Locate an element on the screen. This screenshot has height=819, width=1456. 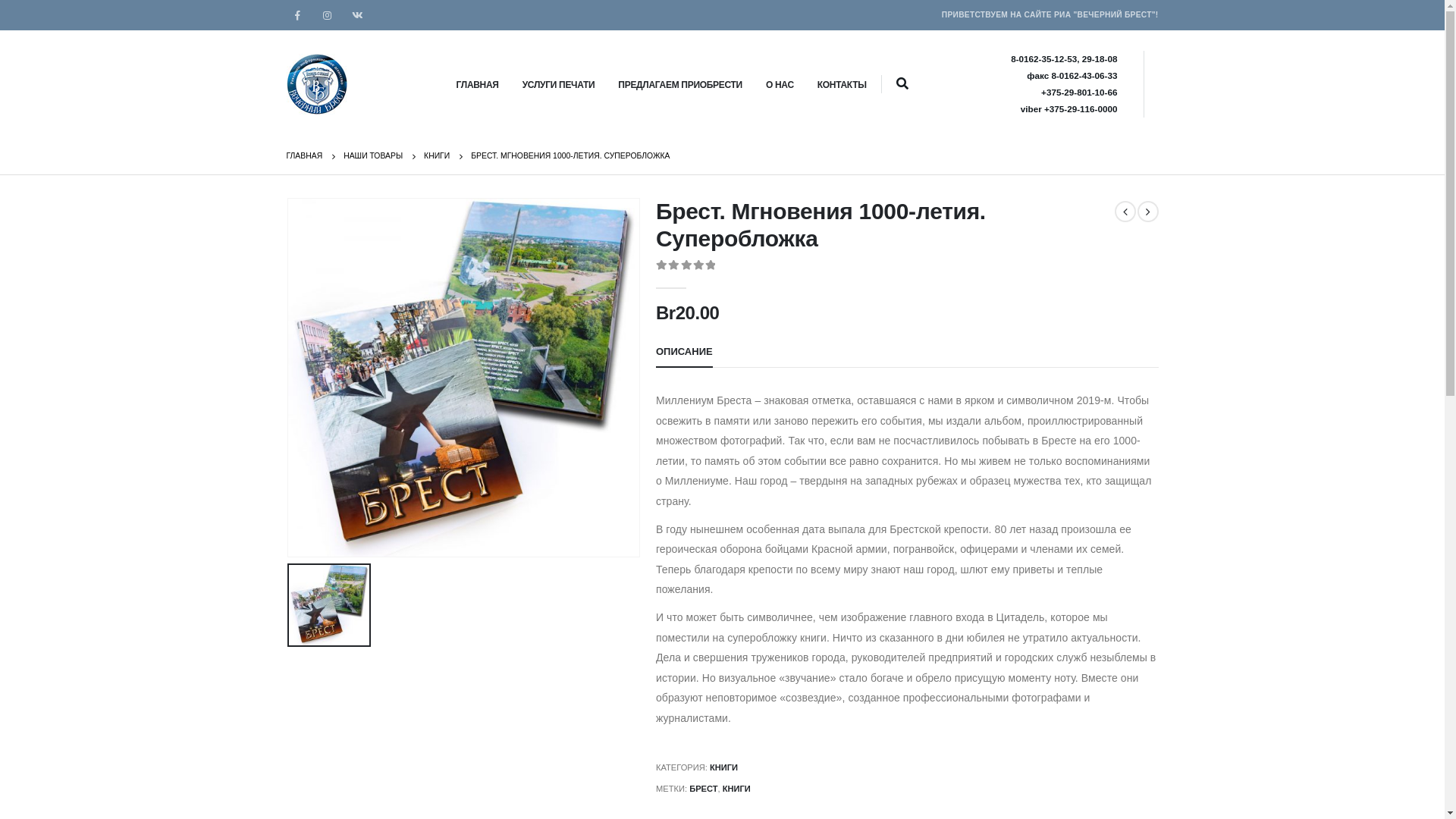
'Facebook' is located at coordinates (297, 14).